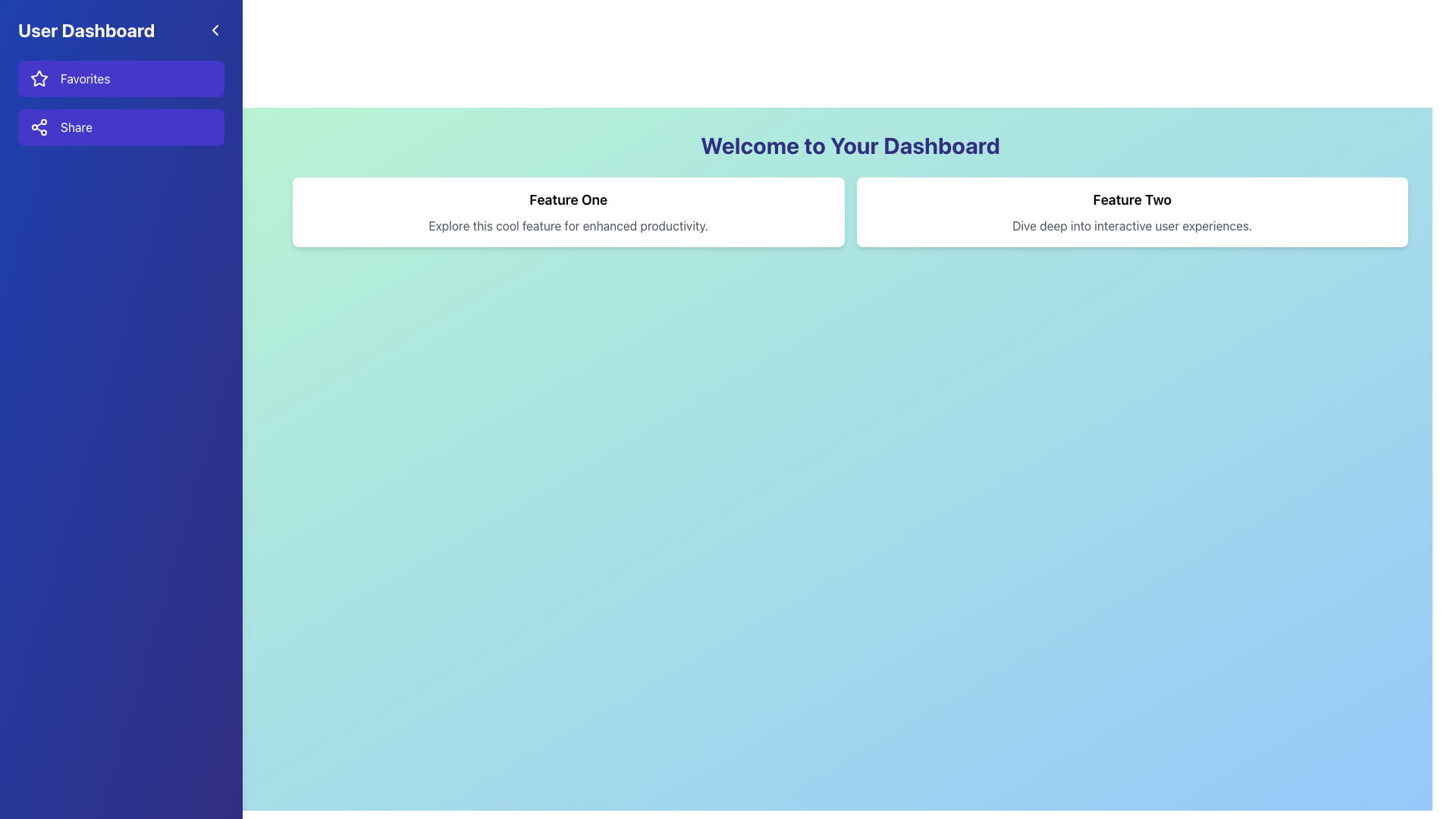 The width and height of the screenshot is (1456, 819). I want to click on the text 'Feature One' which is prominently displayed in bold and larger font size at the top of the first feature card on the dashboard, so click(567, 199).